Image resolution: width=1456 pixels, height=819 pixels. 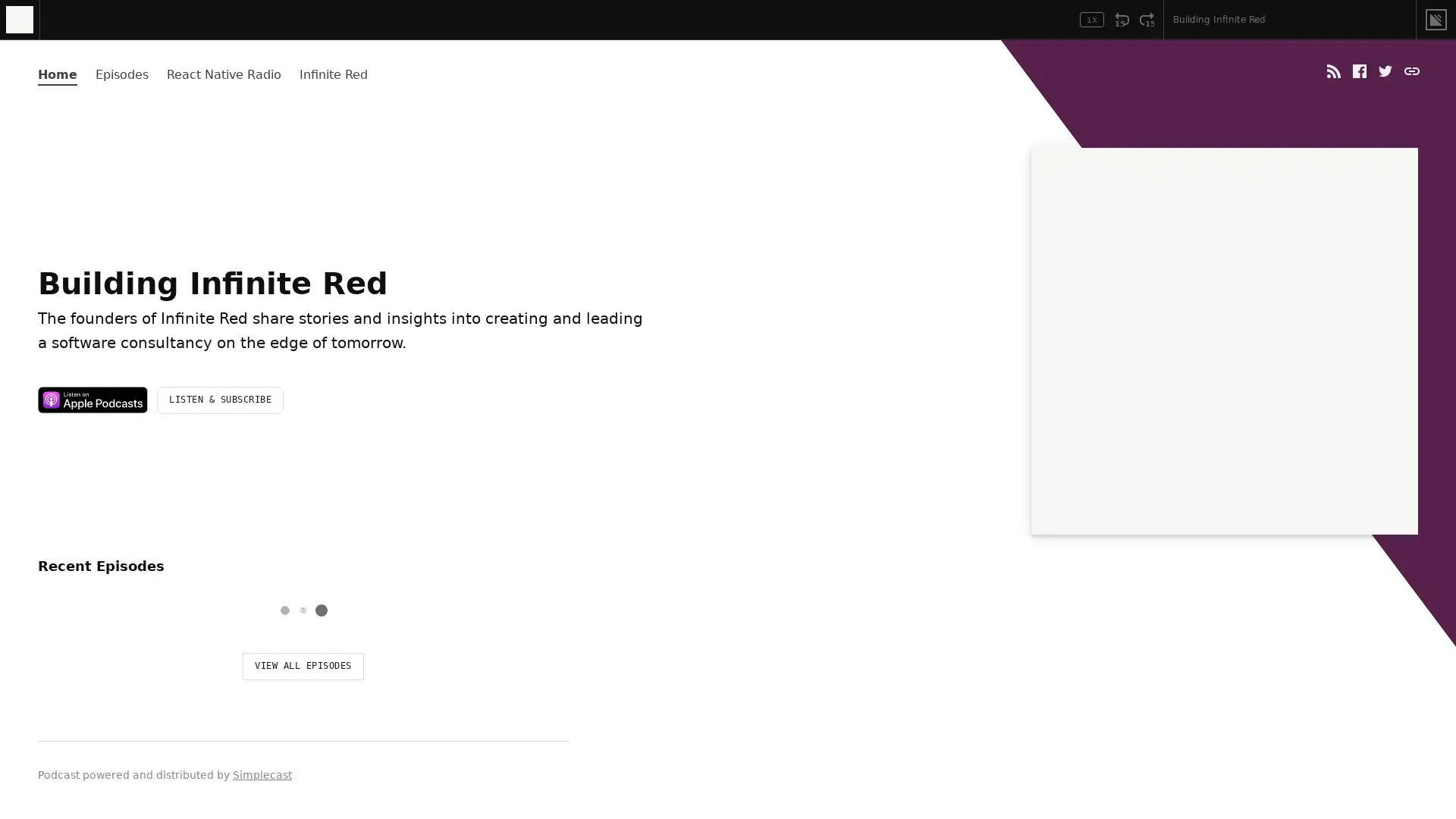 I want to click on Toggle Speed: Current Speed 1x, so click(x=1092, y=20).